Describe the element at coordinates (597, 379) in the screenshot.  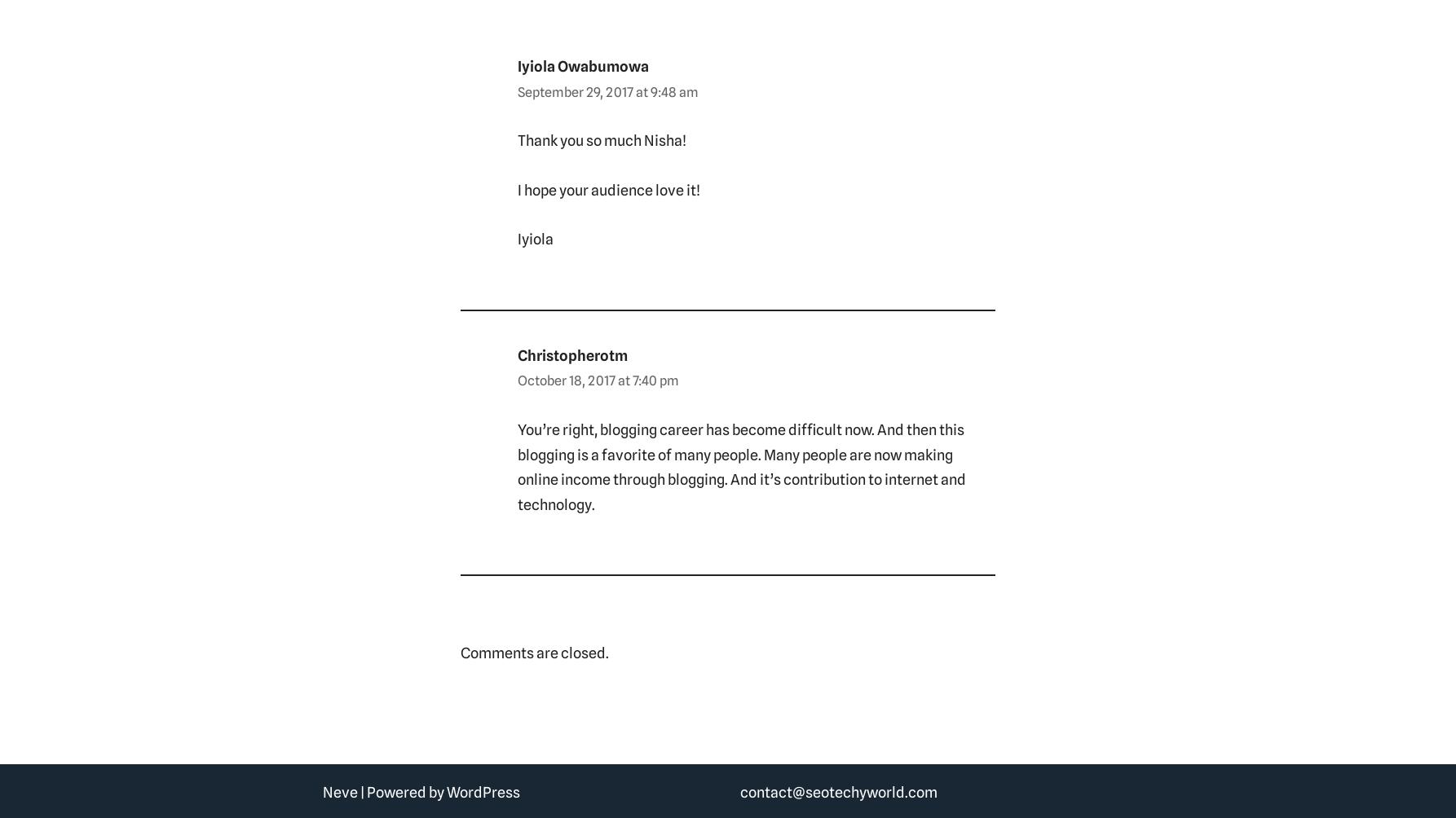
I see `'October 18, 2017 at 7:40 pm'` at that location.